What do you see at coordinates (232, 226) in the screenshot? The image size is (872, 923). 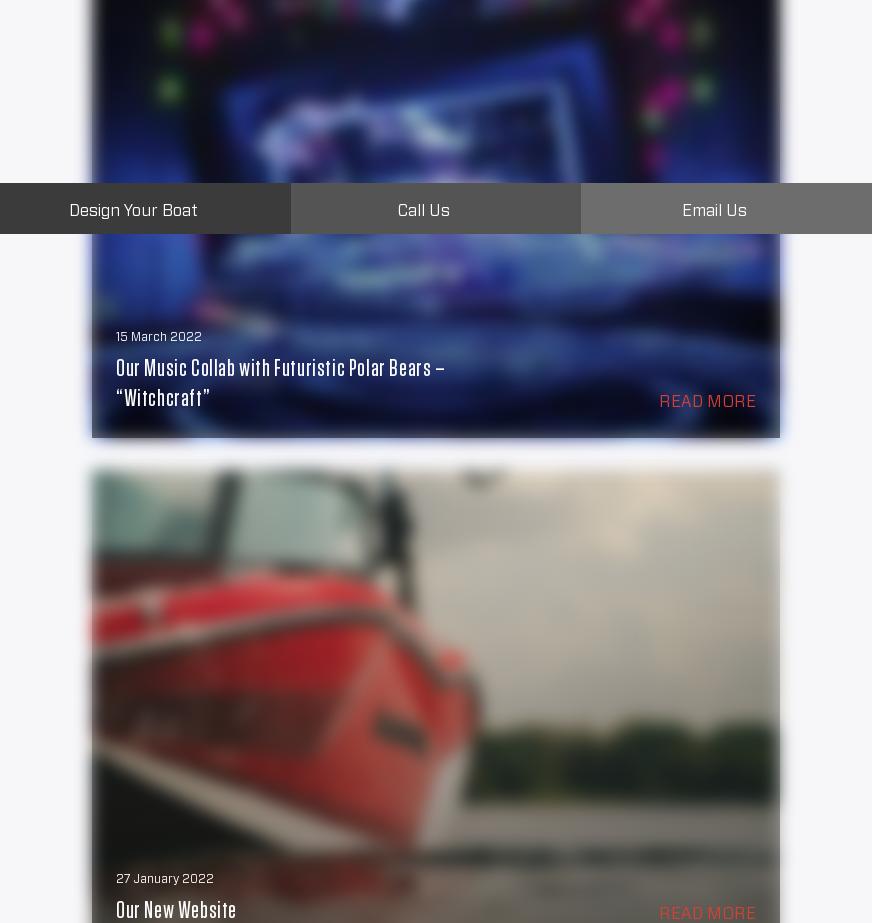 I see `'Accept & Close'` at bounding box center [232, 226].